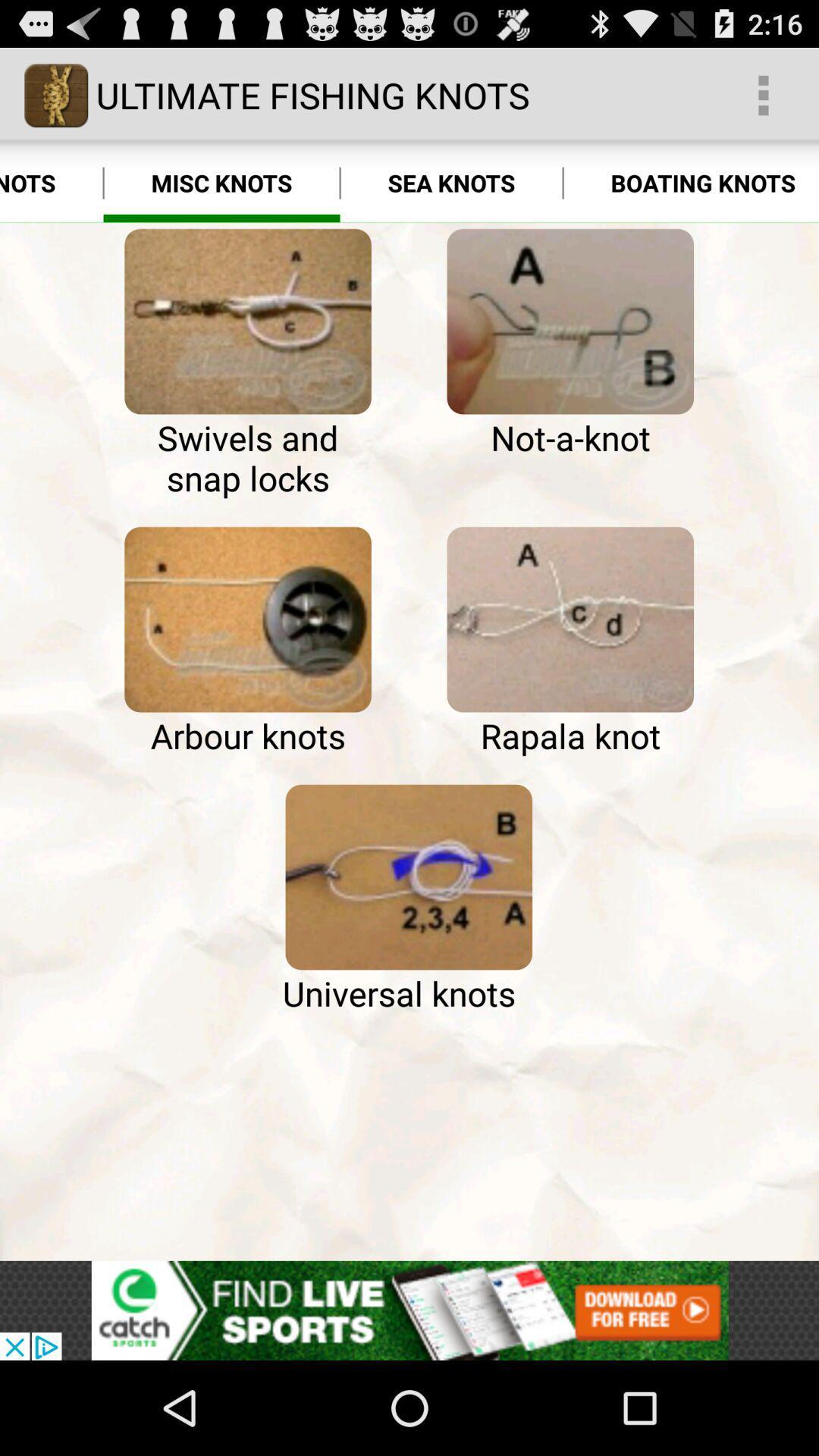 Image resolution: width=819 pixels, height=1456 pixels. I want to click on universal knots tutorial, so click(408, 877).